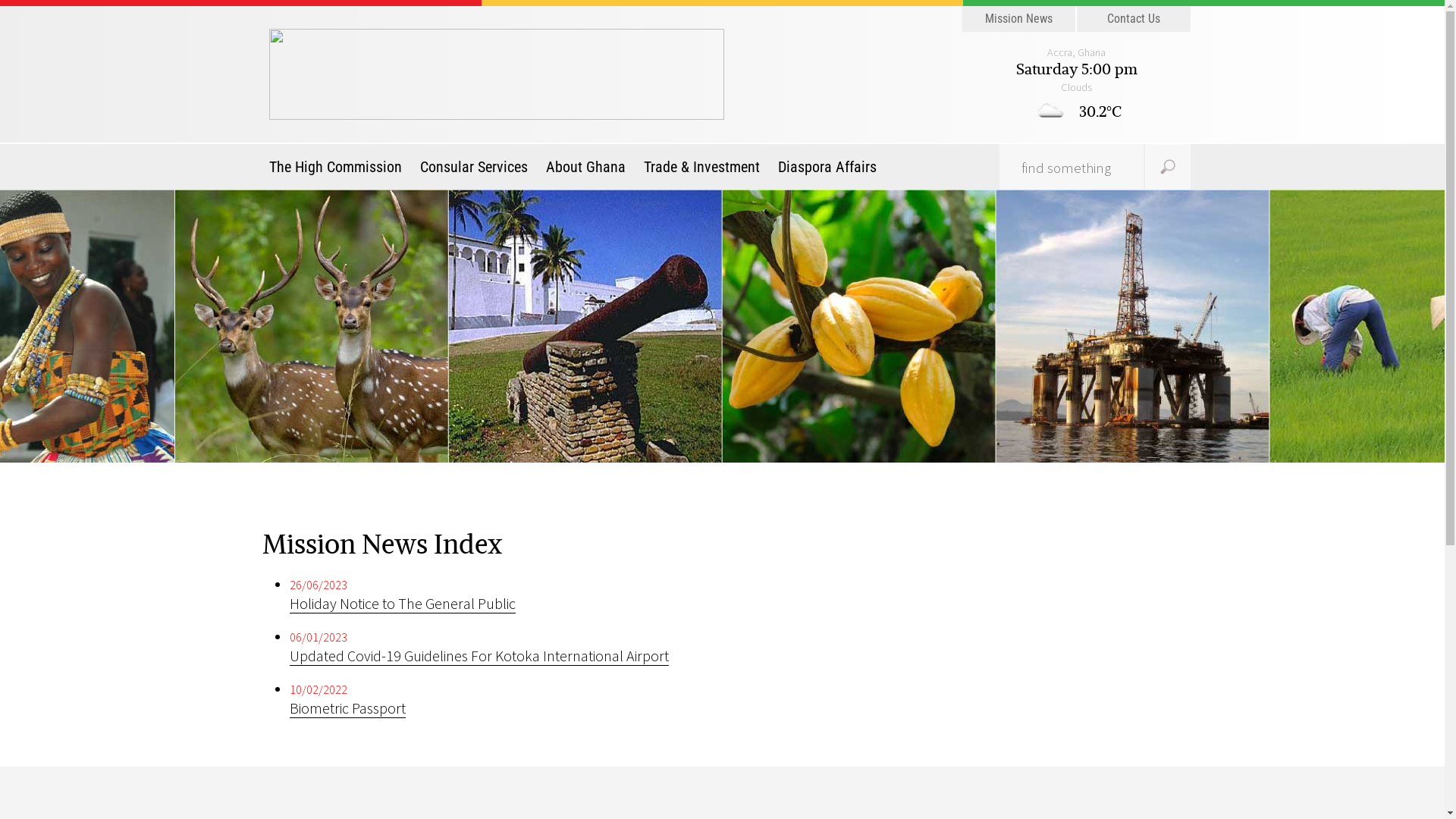  Describe the element at coordinates (1076, 18) in the screenshot. I see `'Contact Us'` at that location.